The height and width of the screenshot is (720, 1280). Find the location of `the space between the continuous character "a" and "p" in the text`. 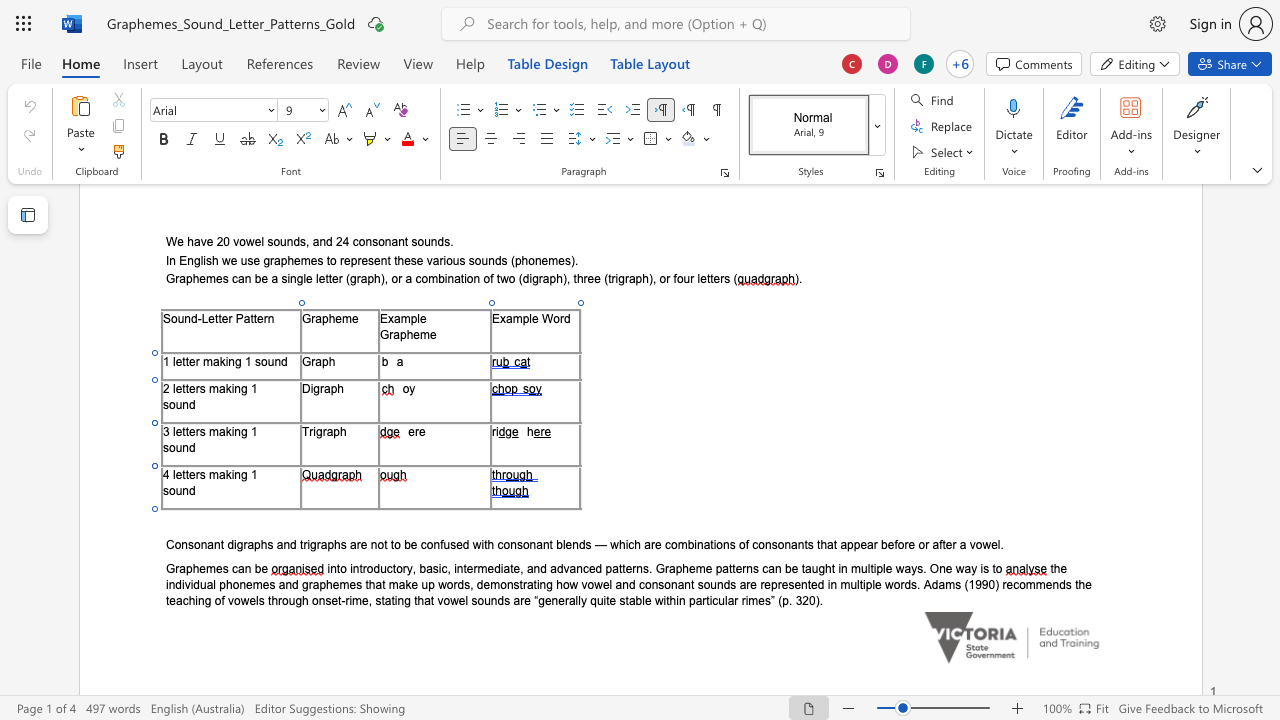

the space between the continuous character "a" and "p" in the text is located at coordinates (185, 568).